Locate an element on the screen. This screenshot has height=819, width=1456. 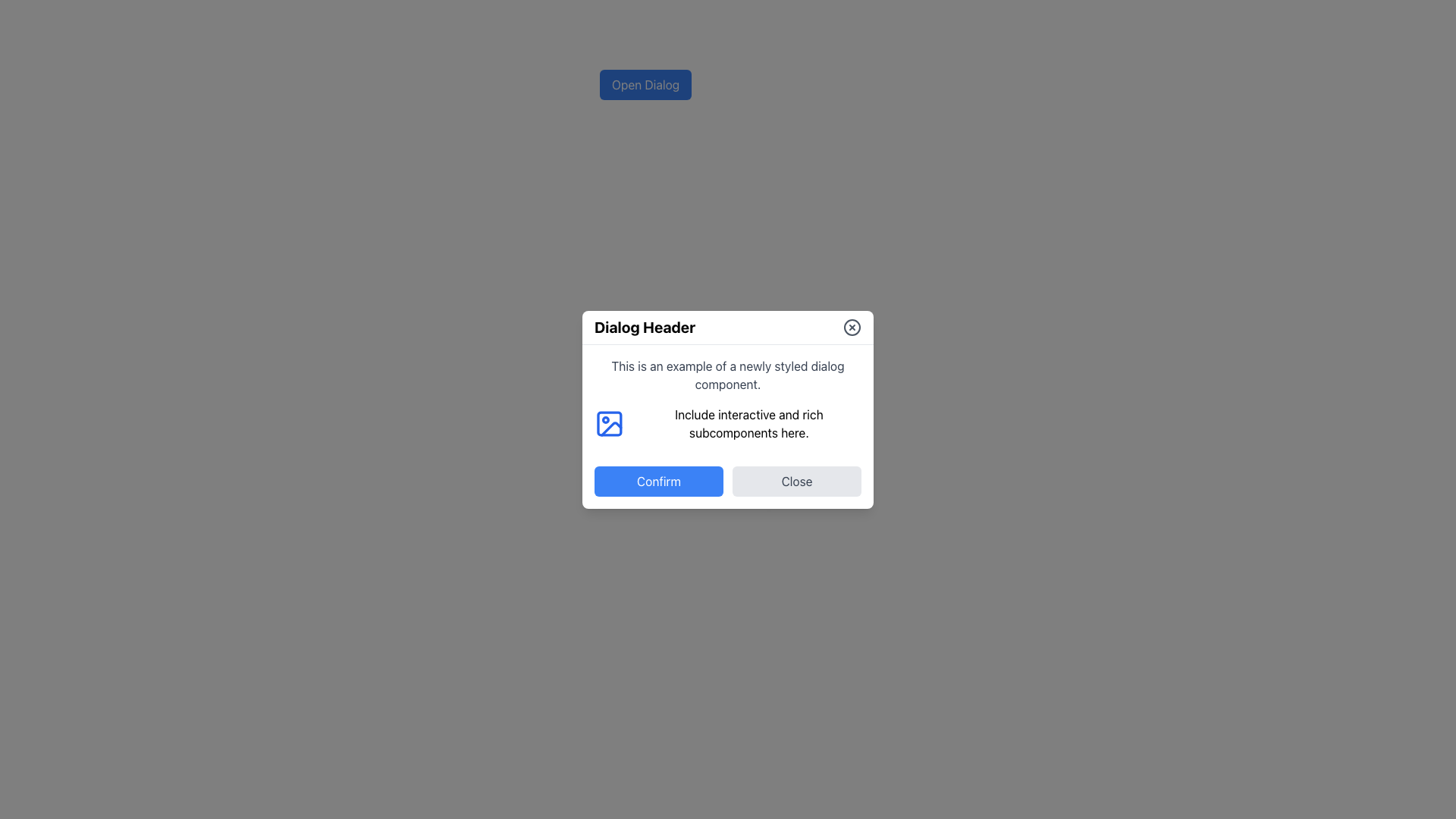
text from the Text Display that shows 'This is an example of a newly styled dialog component.' is located at coordinates (728, 375).